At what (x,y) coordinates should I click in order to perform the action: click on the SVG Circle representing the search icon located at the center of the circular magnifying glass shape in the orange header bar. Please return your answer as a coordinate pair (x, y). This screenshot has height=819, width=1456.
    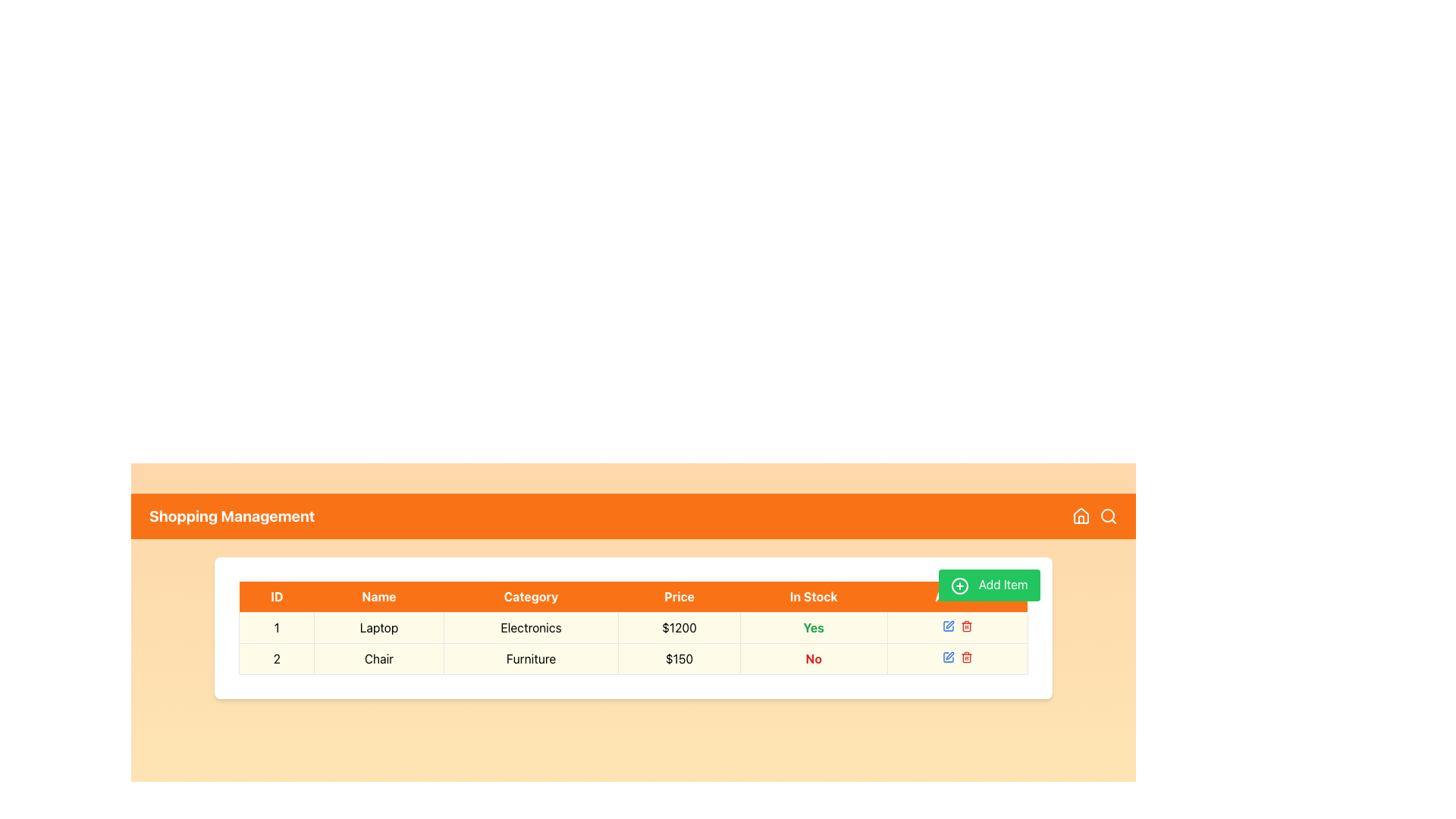
    Looking at the image, I should click on (1107, 514).